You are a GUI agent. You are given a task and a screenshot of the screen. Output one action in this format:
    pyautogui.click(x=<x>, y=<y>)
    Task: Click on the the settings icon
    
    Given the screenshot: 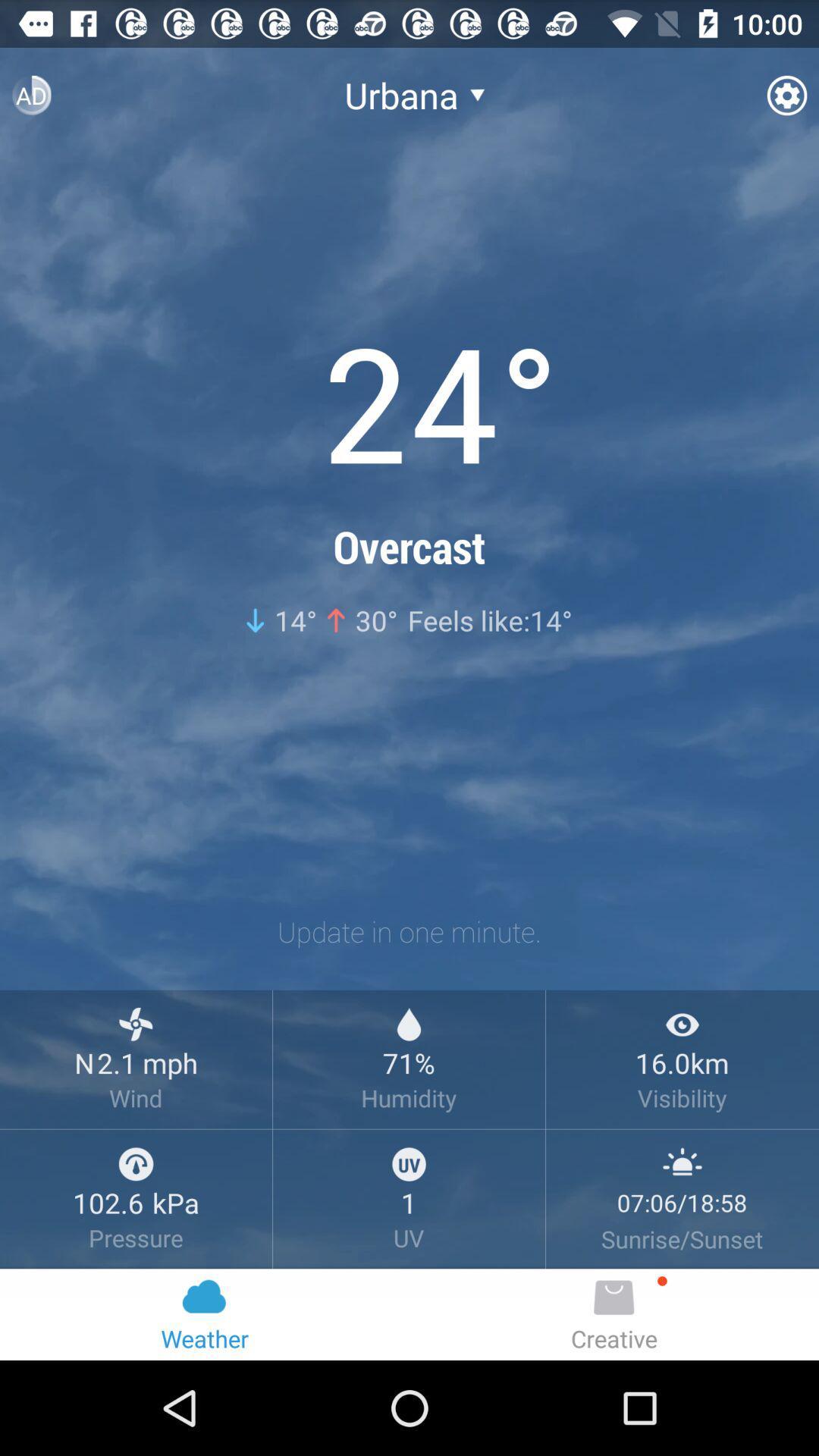 What is the action you would take?
    pyautogui.click(x=786, y=101)
    